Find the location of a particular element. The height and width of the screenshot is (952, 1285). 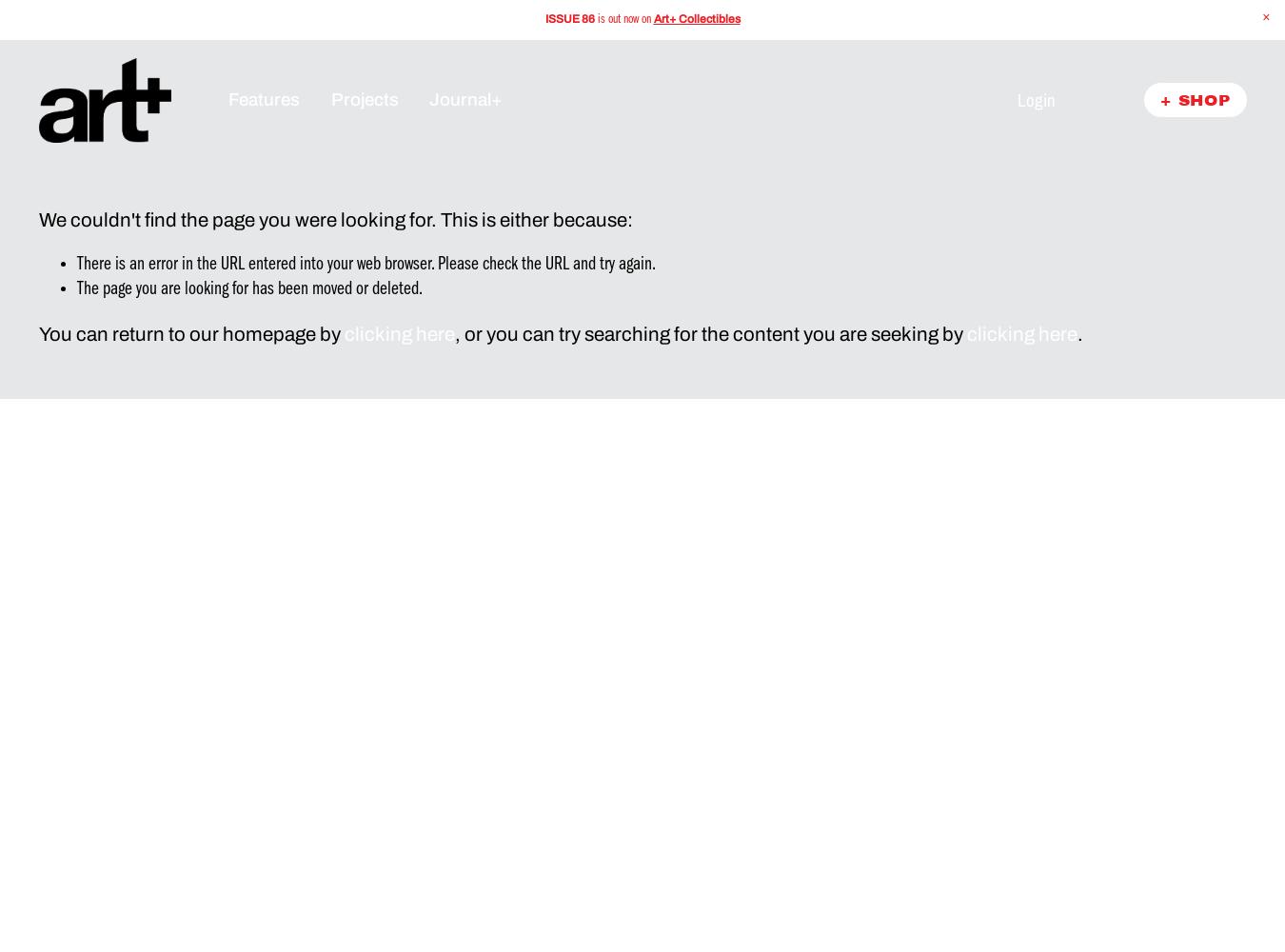

'The page you are looking for has been moved or deleted.' is located at coordinates (247, 289).